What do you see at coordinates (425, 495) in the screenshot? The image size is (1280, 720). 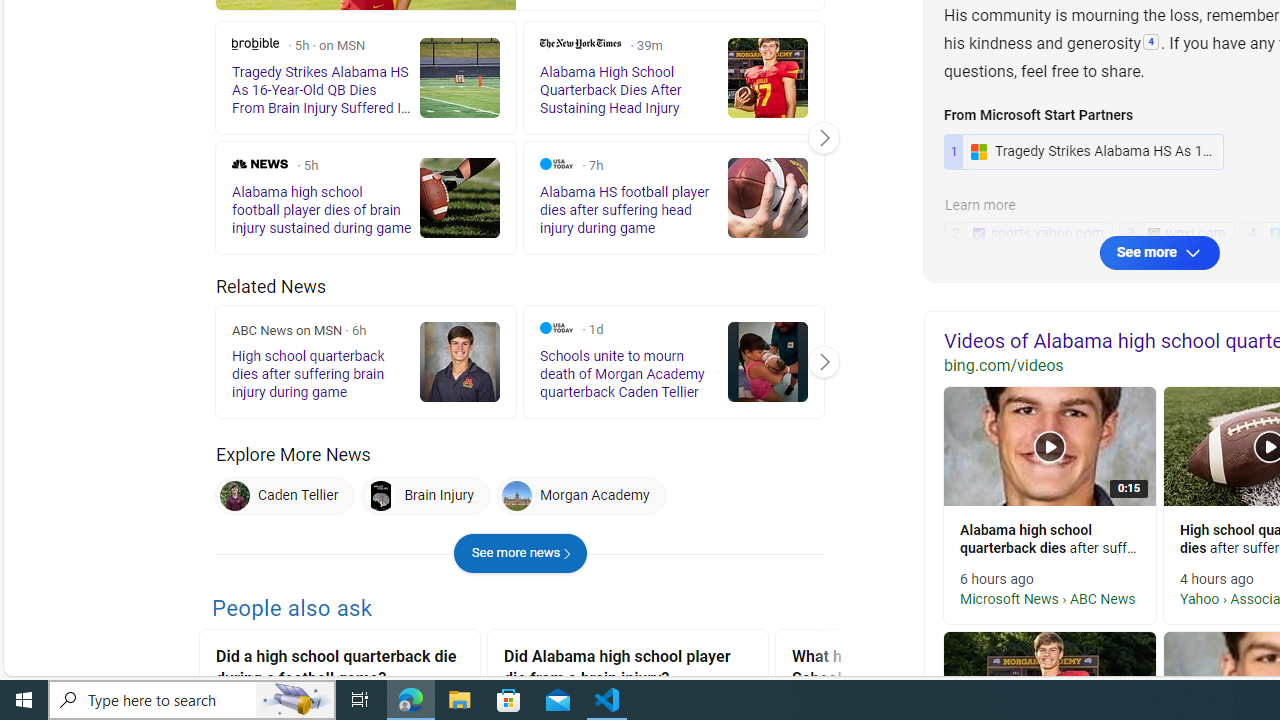 I see `'Brain Injury Brain Injury'` at bounding box center [425, 495].